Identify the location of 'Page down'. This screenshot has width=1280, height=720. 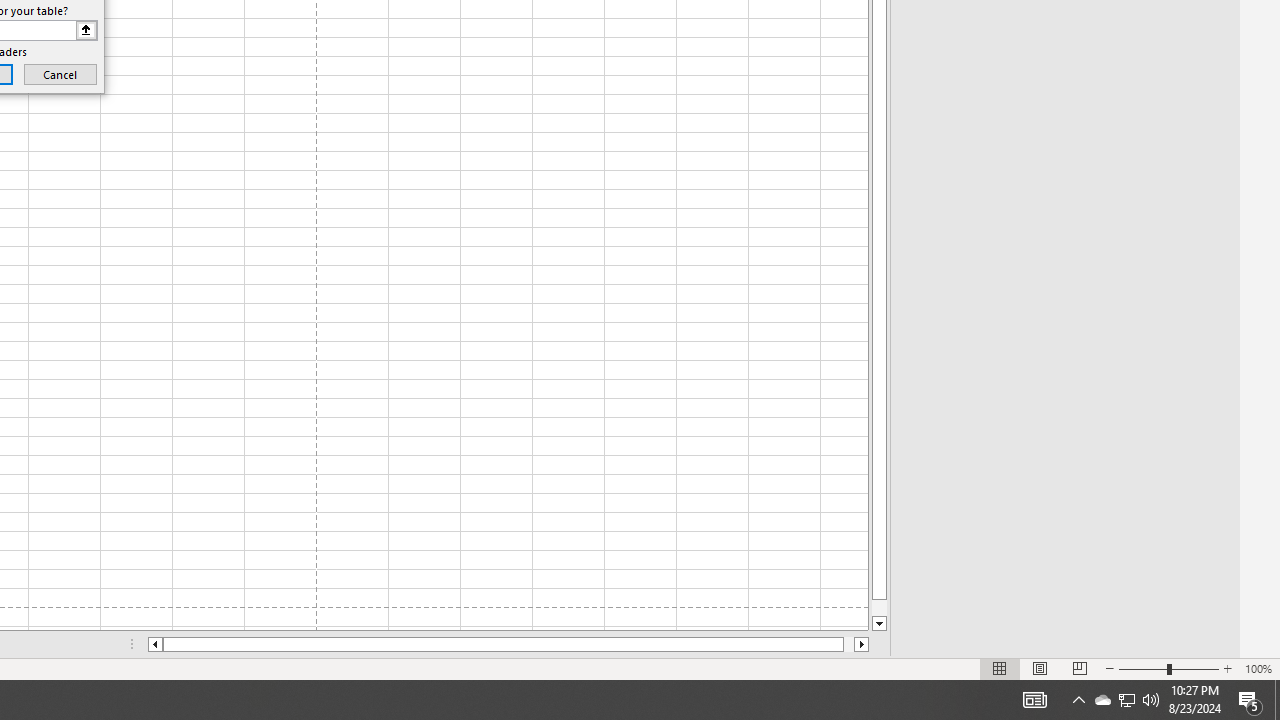
(879, 607).